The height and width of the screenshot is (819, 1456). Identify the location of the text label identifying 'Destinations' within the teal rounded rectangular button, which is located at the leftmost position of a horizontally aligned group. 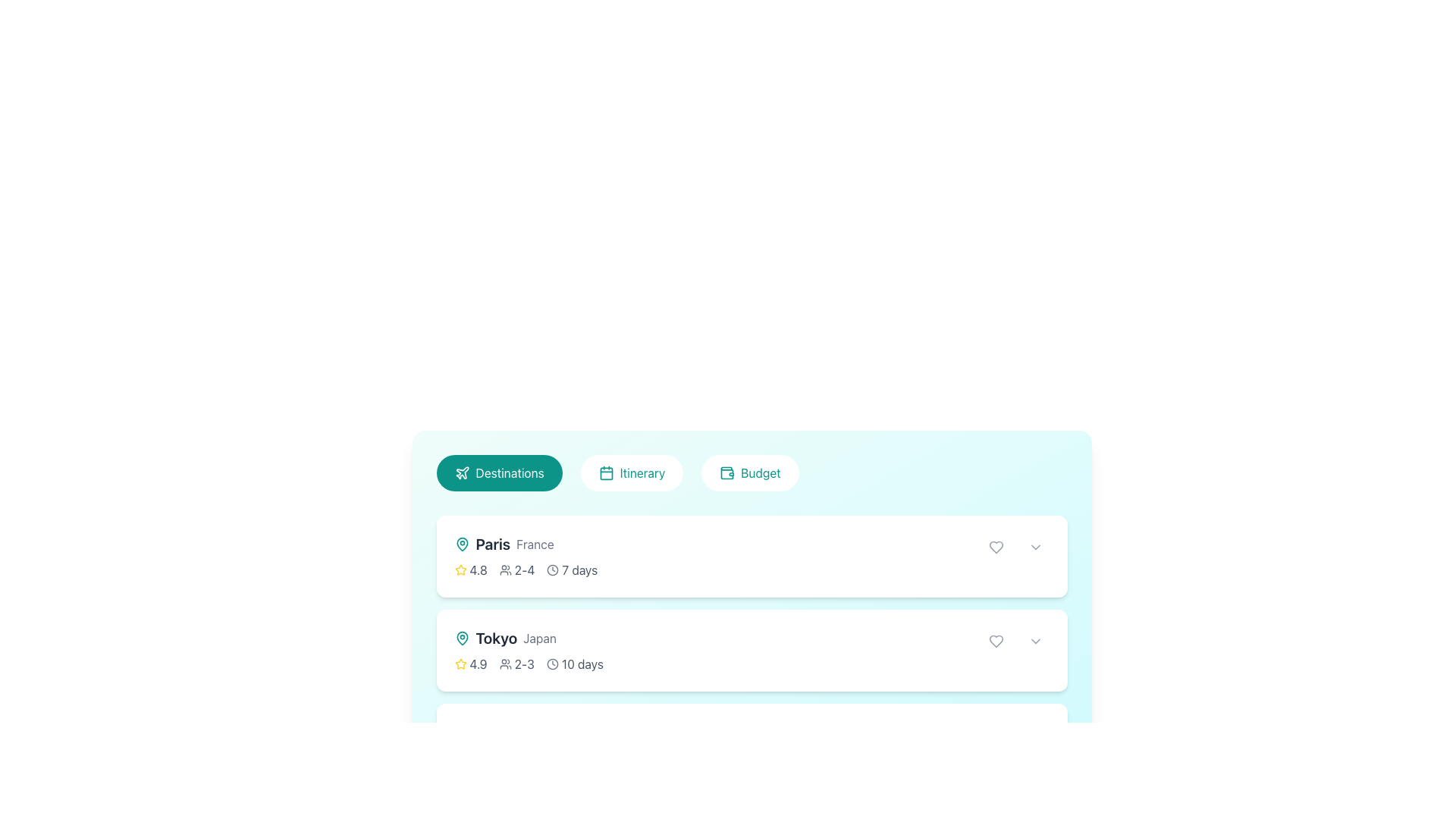
(510, 472).